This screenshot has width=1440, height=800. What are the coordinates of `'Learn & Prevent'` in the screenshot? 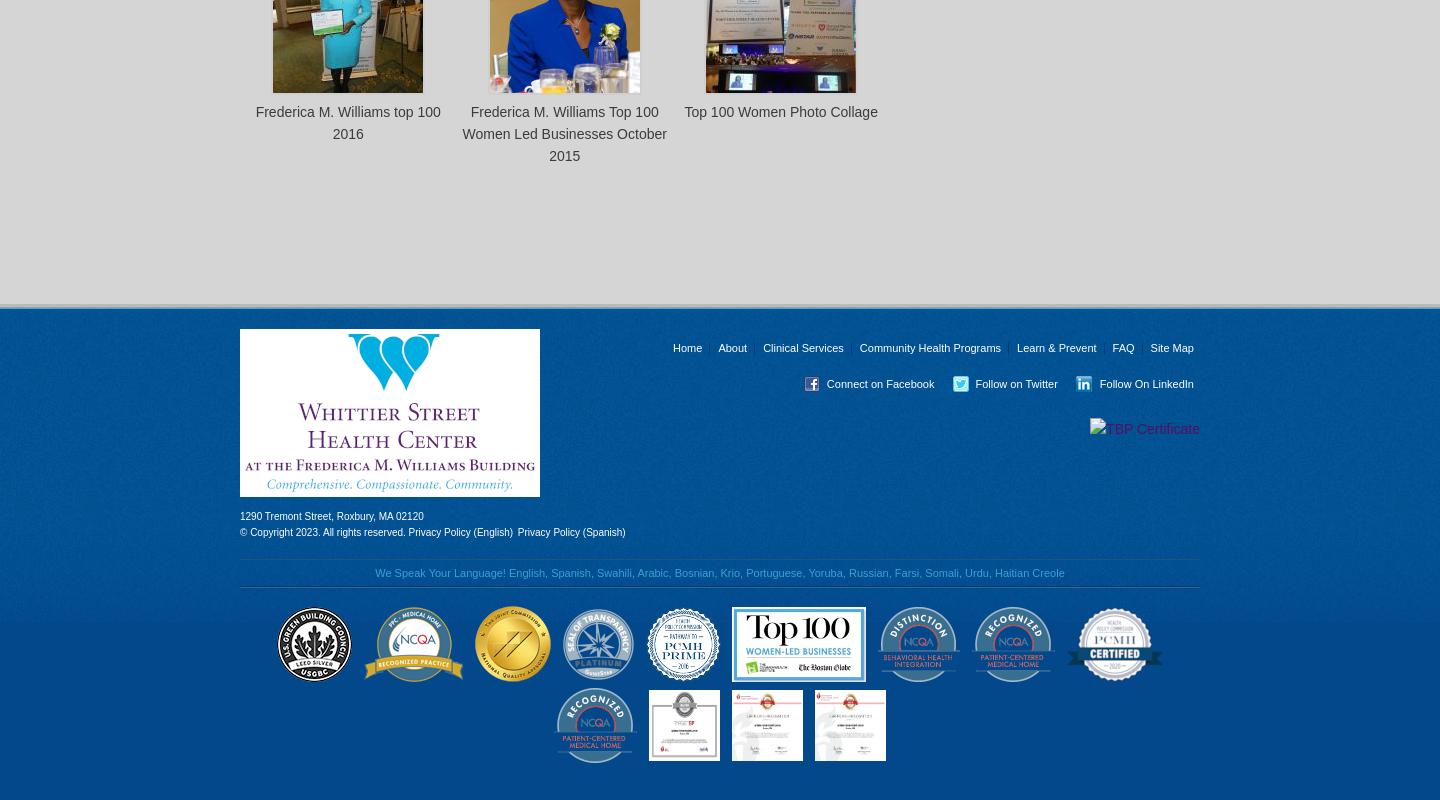 It's located at (1016, 348).